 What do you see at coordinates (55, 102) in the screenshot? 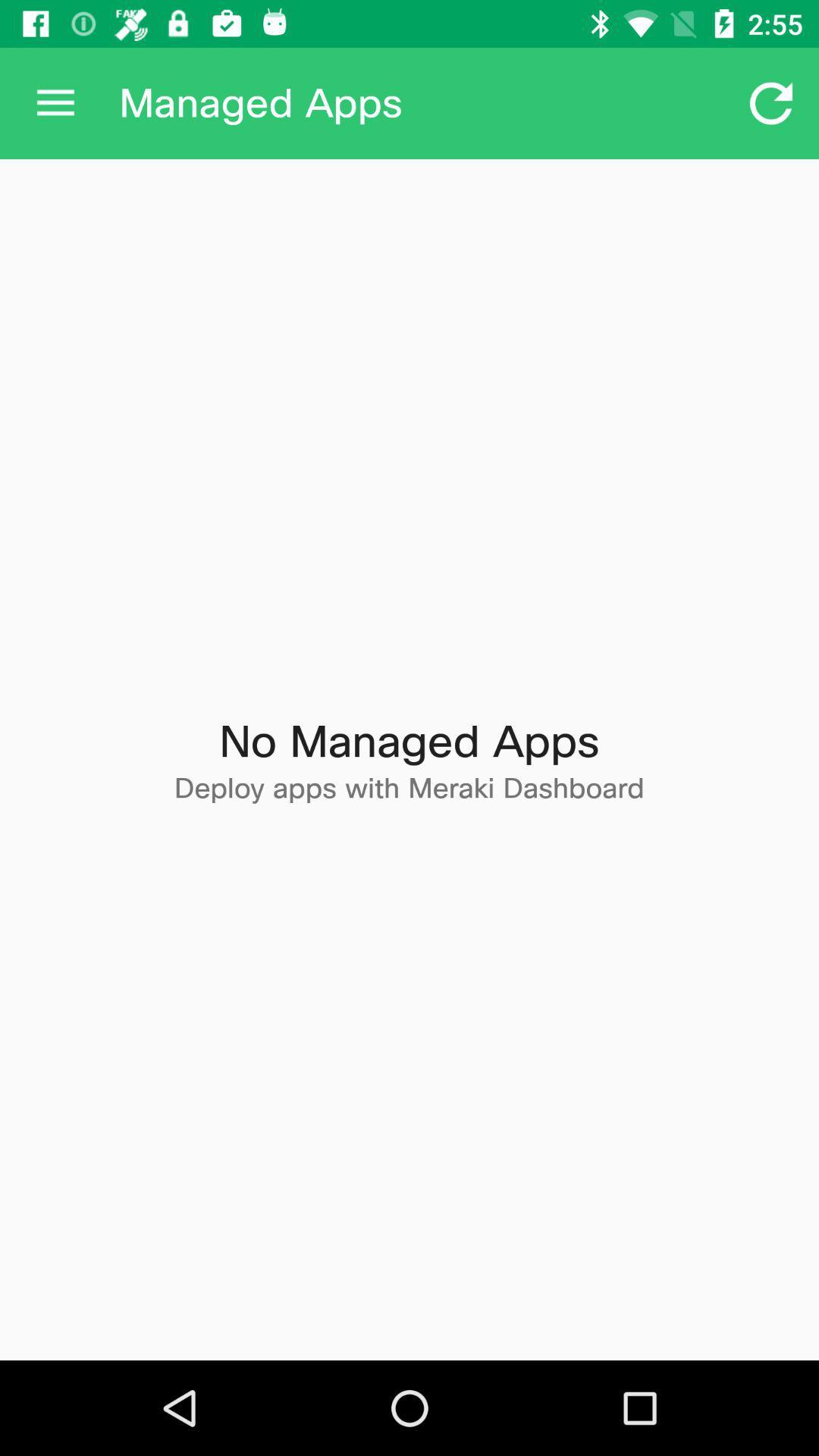
I see `the app to the left of the managed apps` at bounding box center [55, 102].